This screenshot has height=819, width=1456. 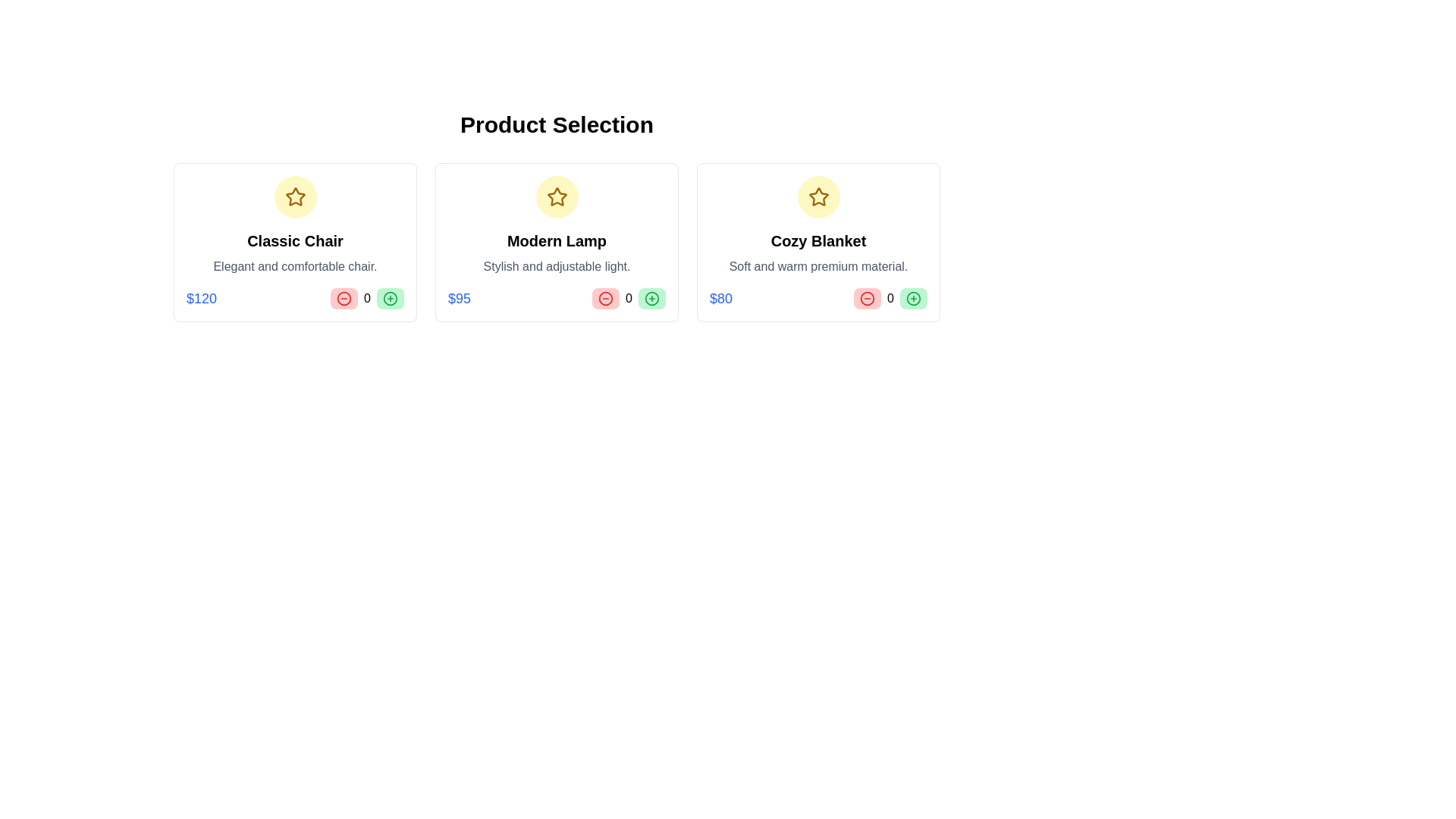 What do you see at coordinates (390, 298) in the screenshot?
I see `the green circular button with a plus sign located at the bottom right corner of the 'Classic Chair' card` at bounding box center [390, 298].